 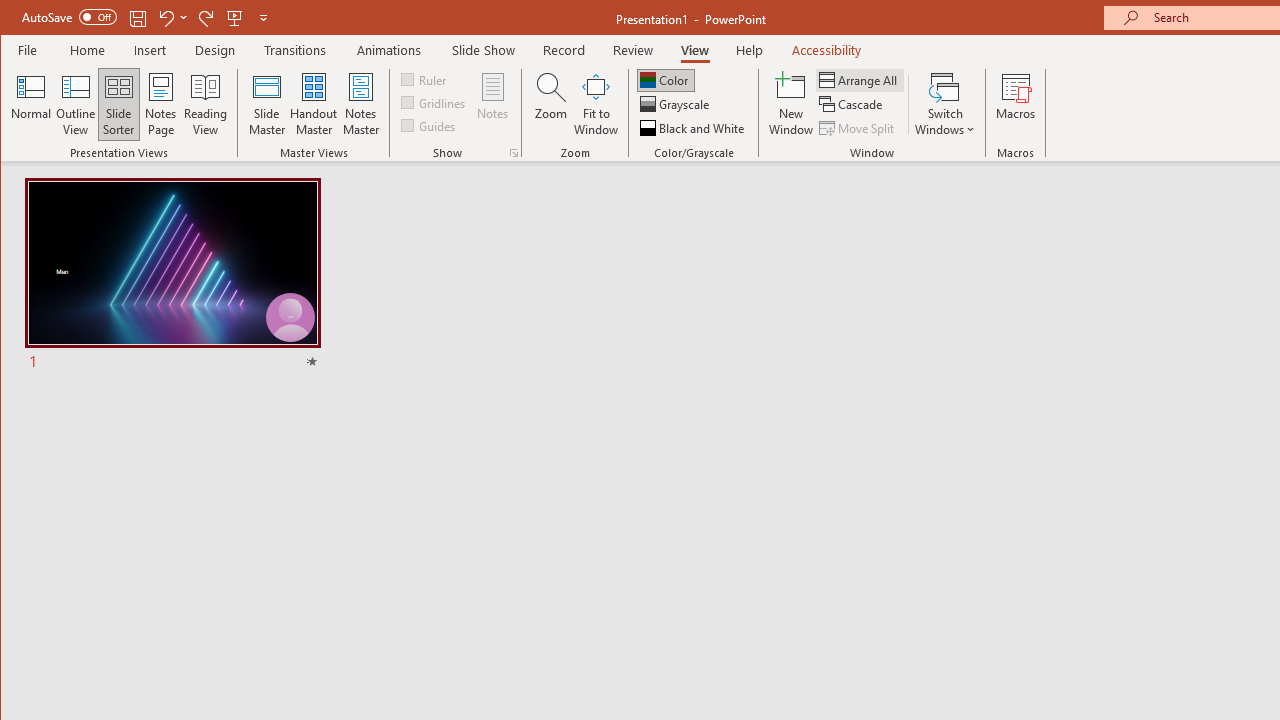 I want to click on 'Move Split', so click(x=858, y=128).